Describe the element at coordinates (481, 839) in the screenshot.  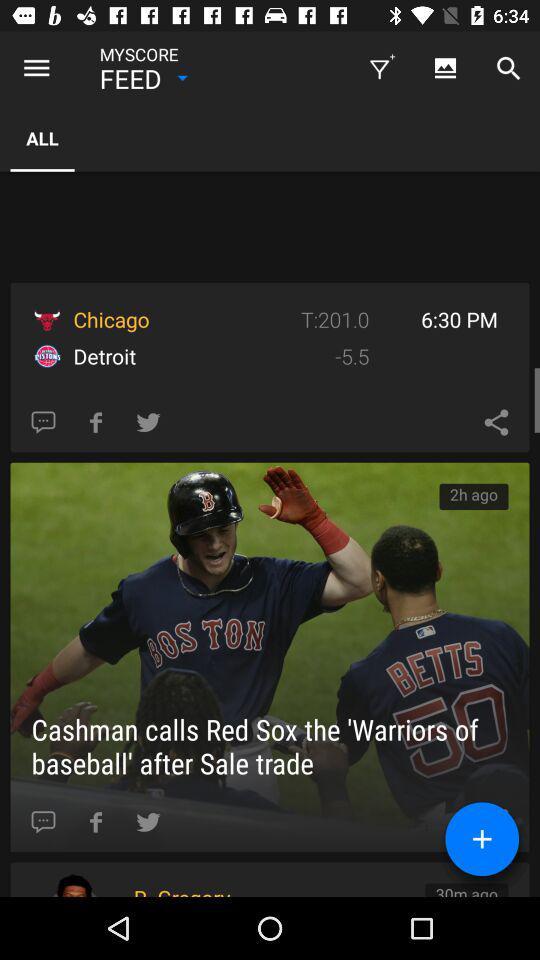
I see `the add icon` at that location.